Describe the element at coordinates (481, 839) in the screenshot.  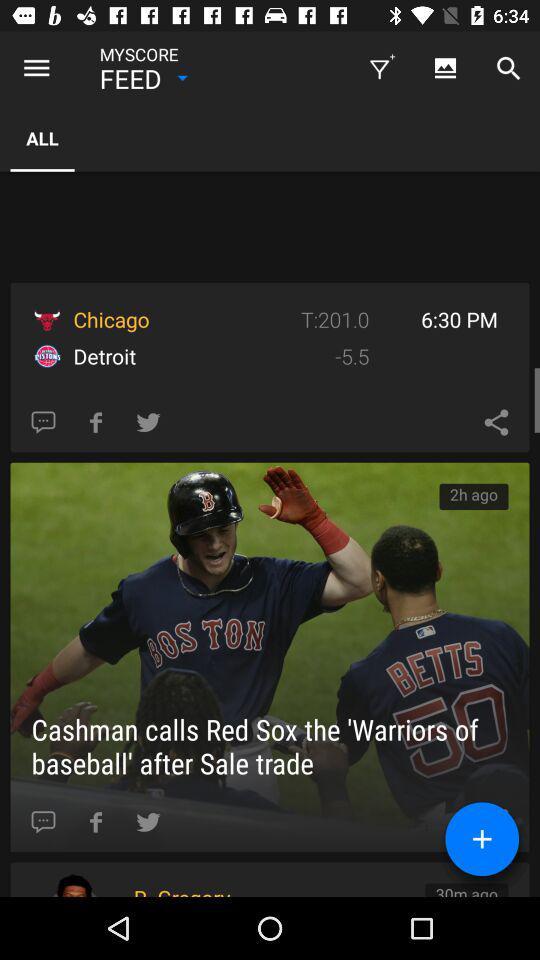
I see `the add icon` at that location.